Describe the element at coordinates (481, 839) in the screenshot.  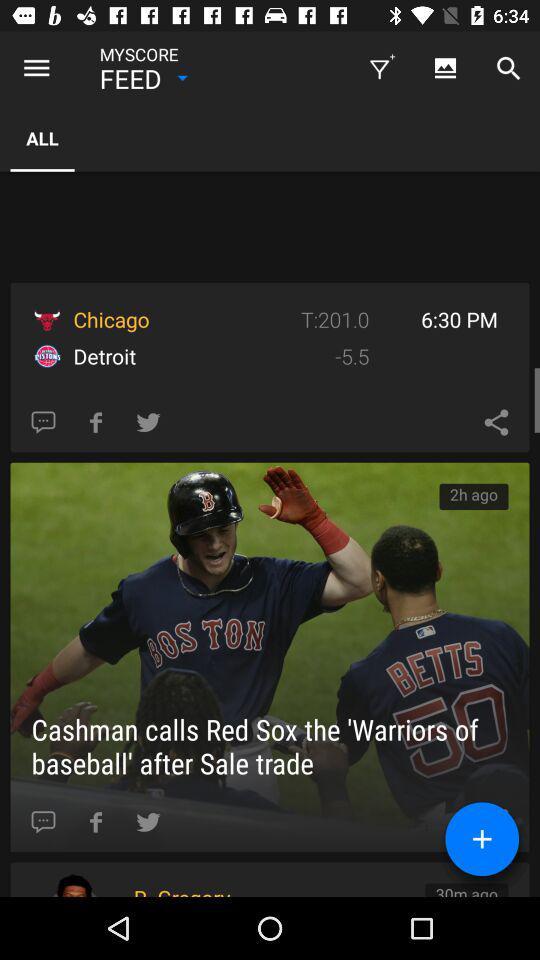
I see `the add icon` at that location.